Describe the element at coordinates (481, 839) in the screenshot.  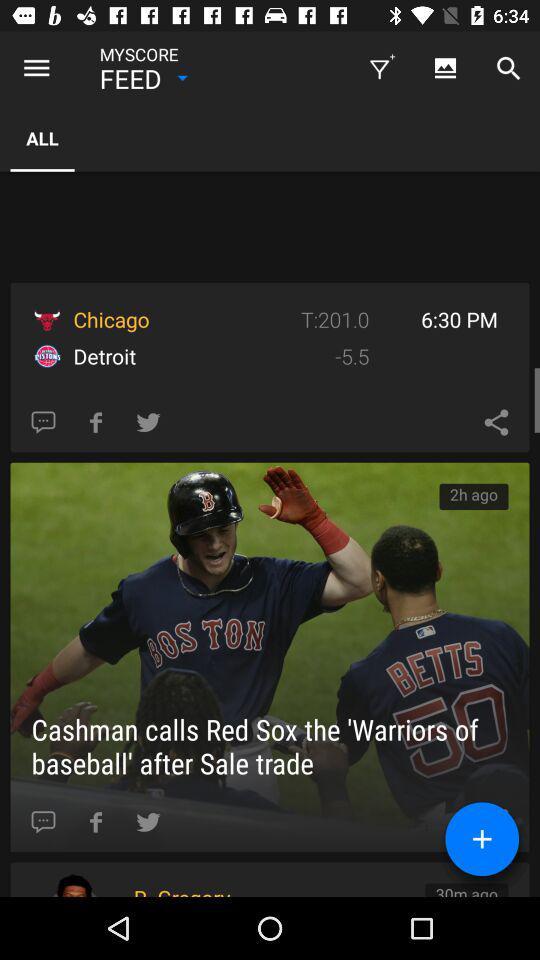
I see `the add icon` at that location.